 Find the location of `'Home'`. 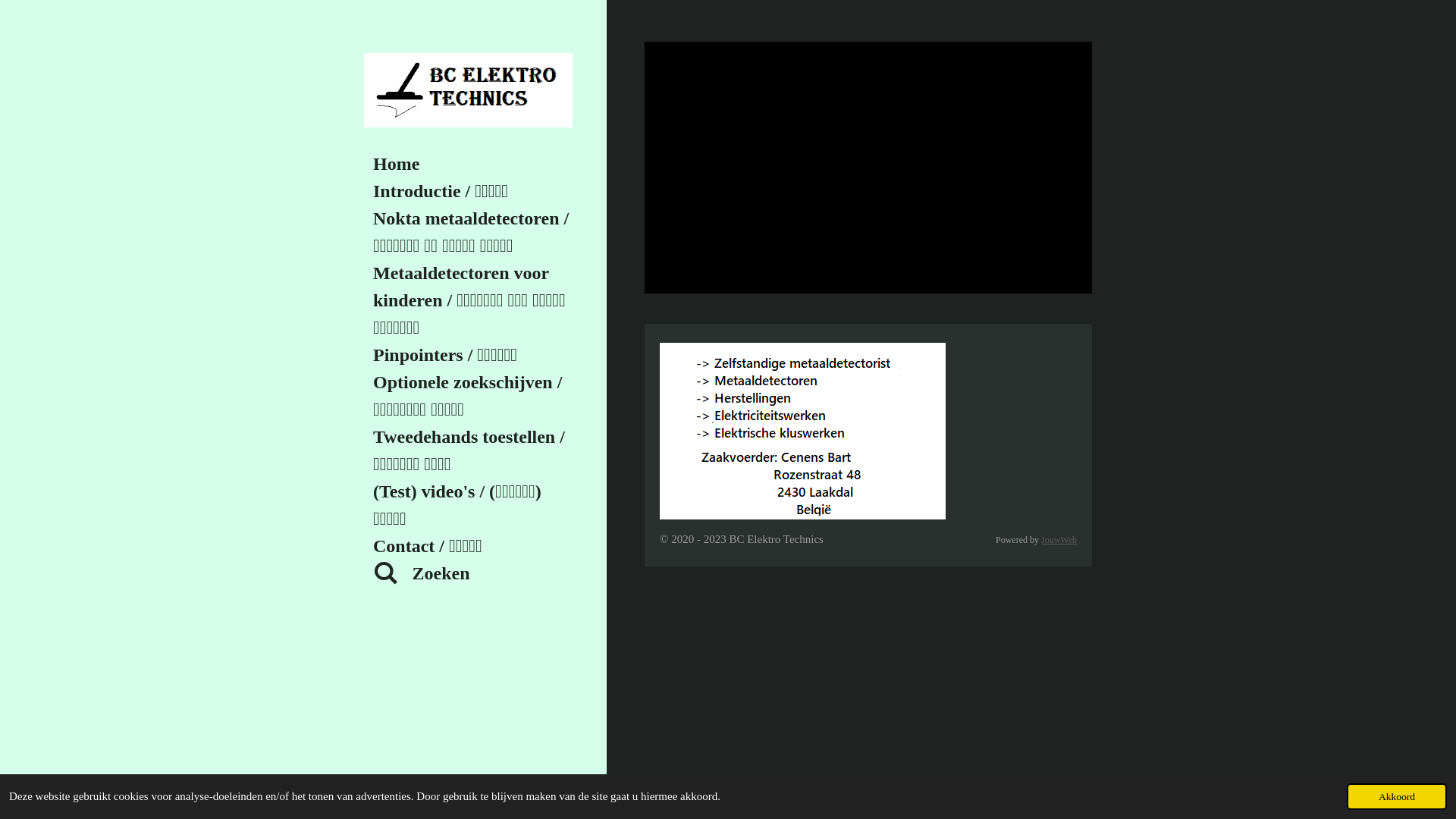

'Home' is located at coordinates (364, 164).